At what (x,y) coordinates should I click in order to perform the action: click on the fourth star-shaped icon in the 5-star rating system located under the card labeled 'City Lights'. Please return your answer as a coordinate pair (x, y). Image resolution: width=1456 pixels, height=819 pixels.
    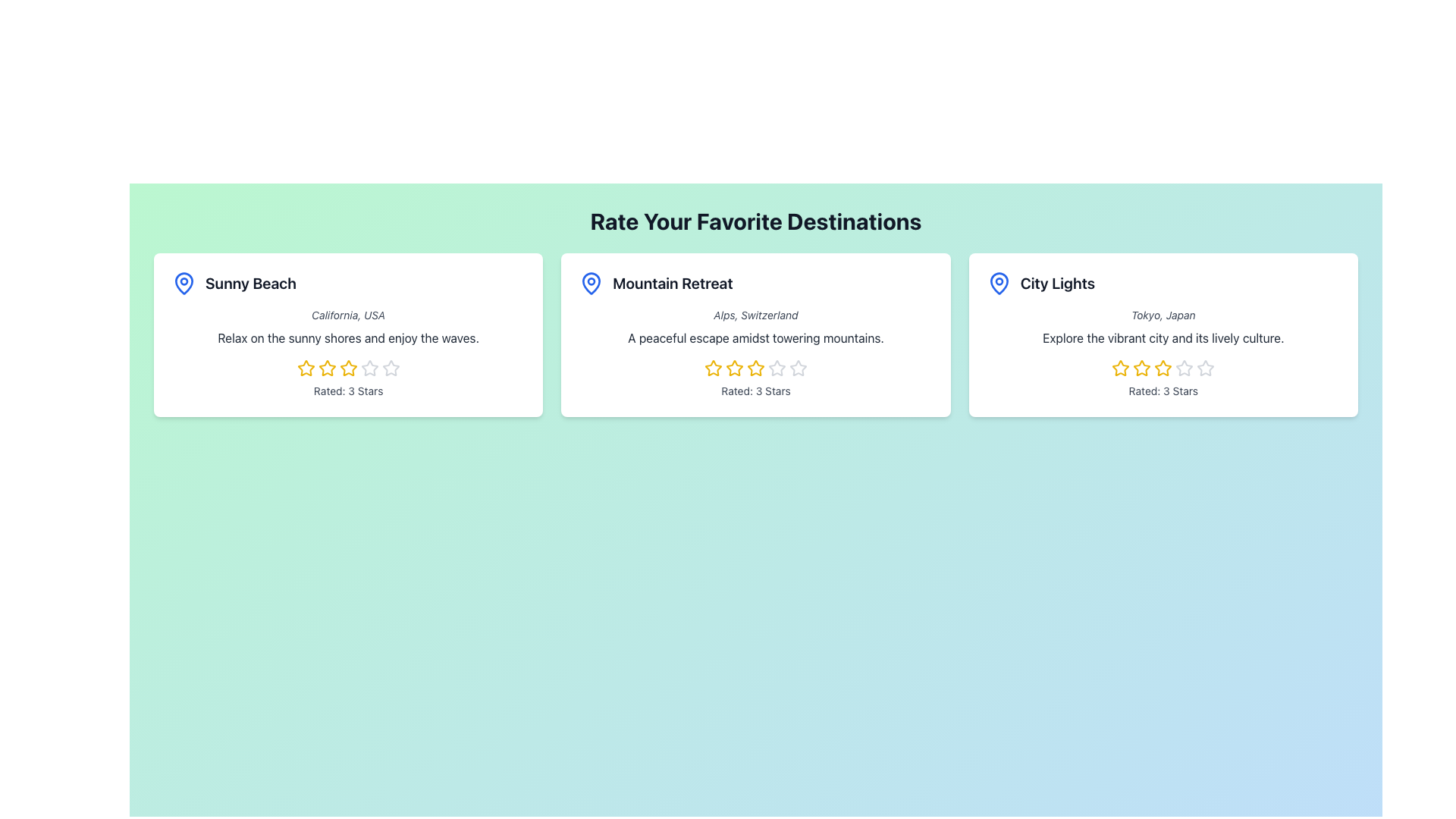
    Looking at the image, I should click on (1184, 368).